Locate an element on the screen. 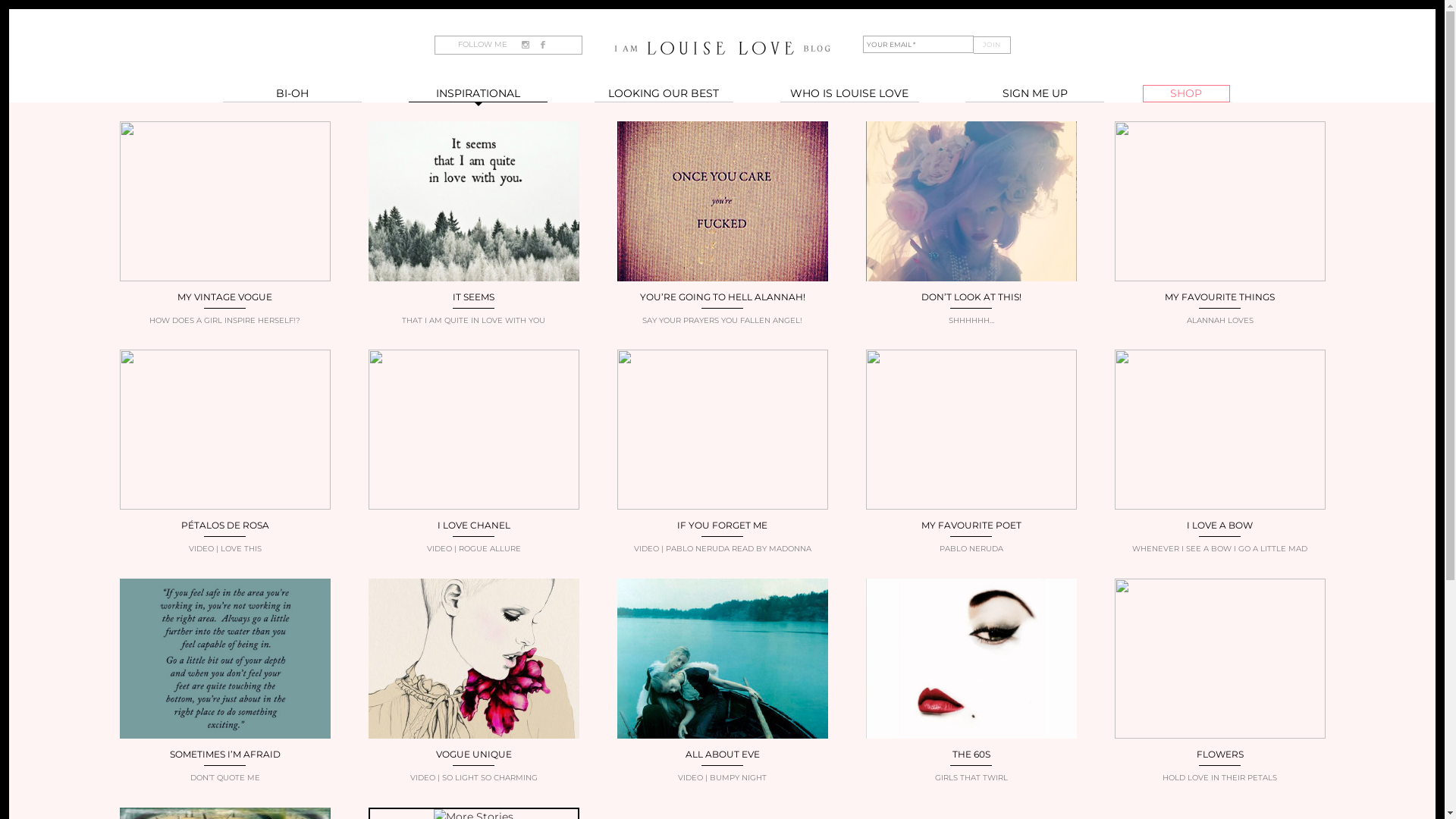 The width and height of the screenshot is (1456, 819). 'LOOKING OUR BEST' is located at coordinates (593, 93).